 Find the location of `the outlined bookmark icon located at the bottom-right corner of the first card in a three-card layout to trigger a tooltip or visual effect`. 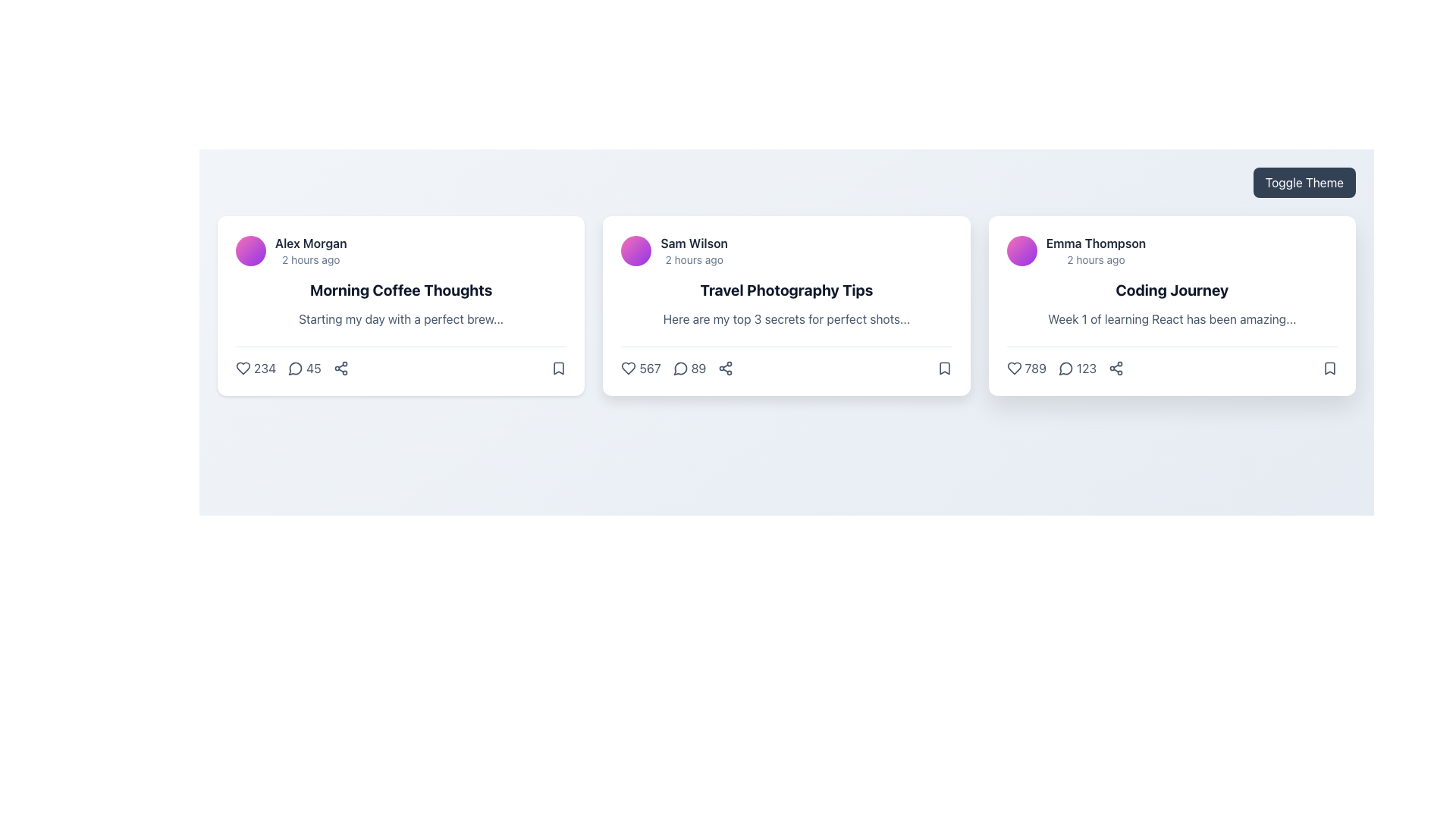

the outlined bookmark icon located at the bottom-right corner of the first card in a three-card layout to trigger a tooltip or visual effect is located at coordinates (558, 369).